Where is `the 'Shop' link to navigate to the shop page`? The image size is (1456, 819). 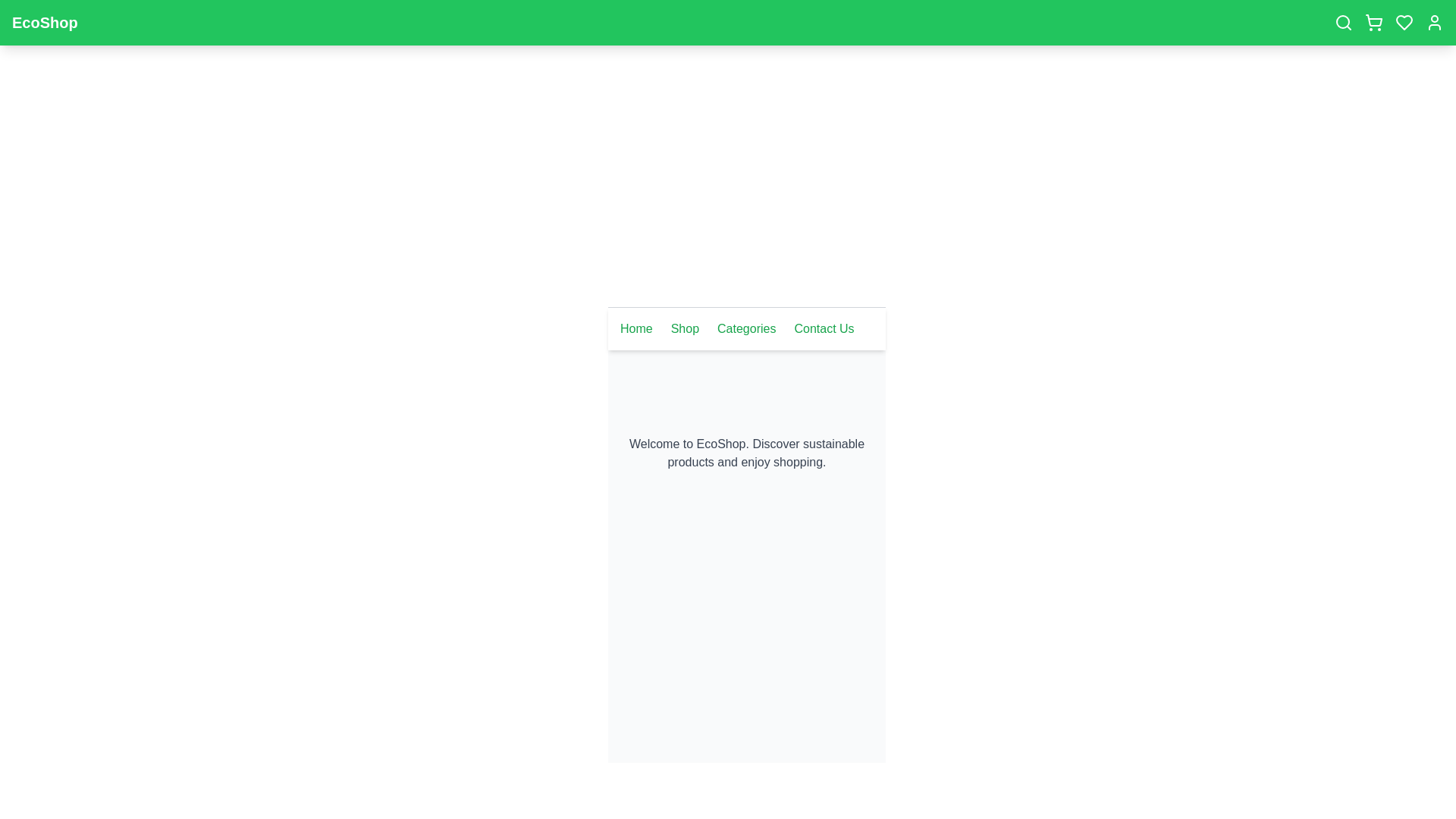 the 'Shop' link to navigate to the shop page is located at coordinates (683, 328).